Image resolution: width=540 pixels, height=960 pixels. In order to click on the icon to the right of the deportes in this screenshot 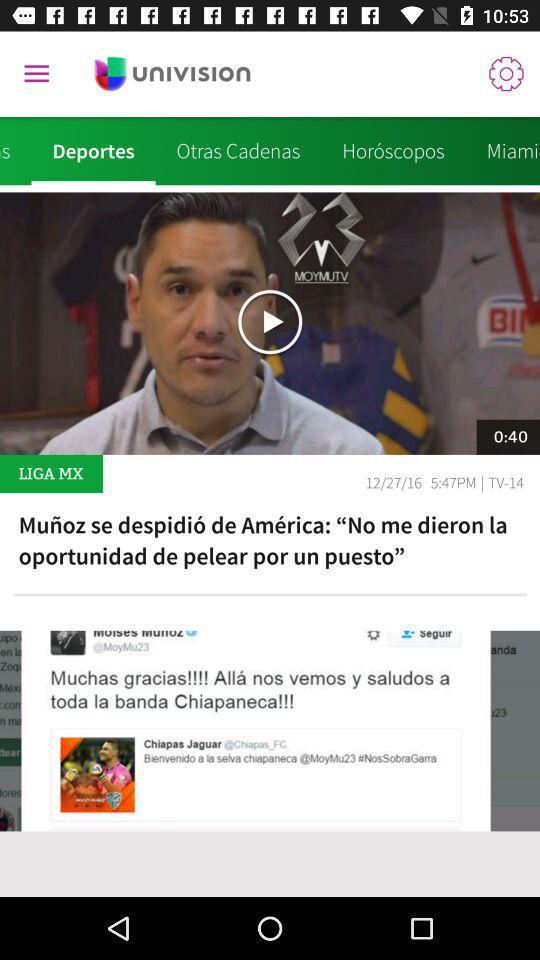, I will do `click(238, 150)`.